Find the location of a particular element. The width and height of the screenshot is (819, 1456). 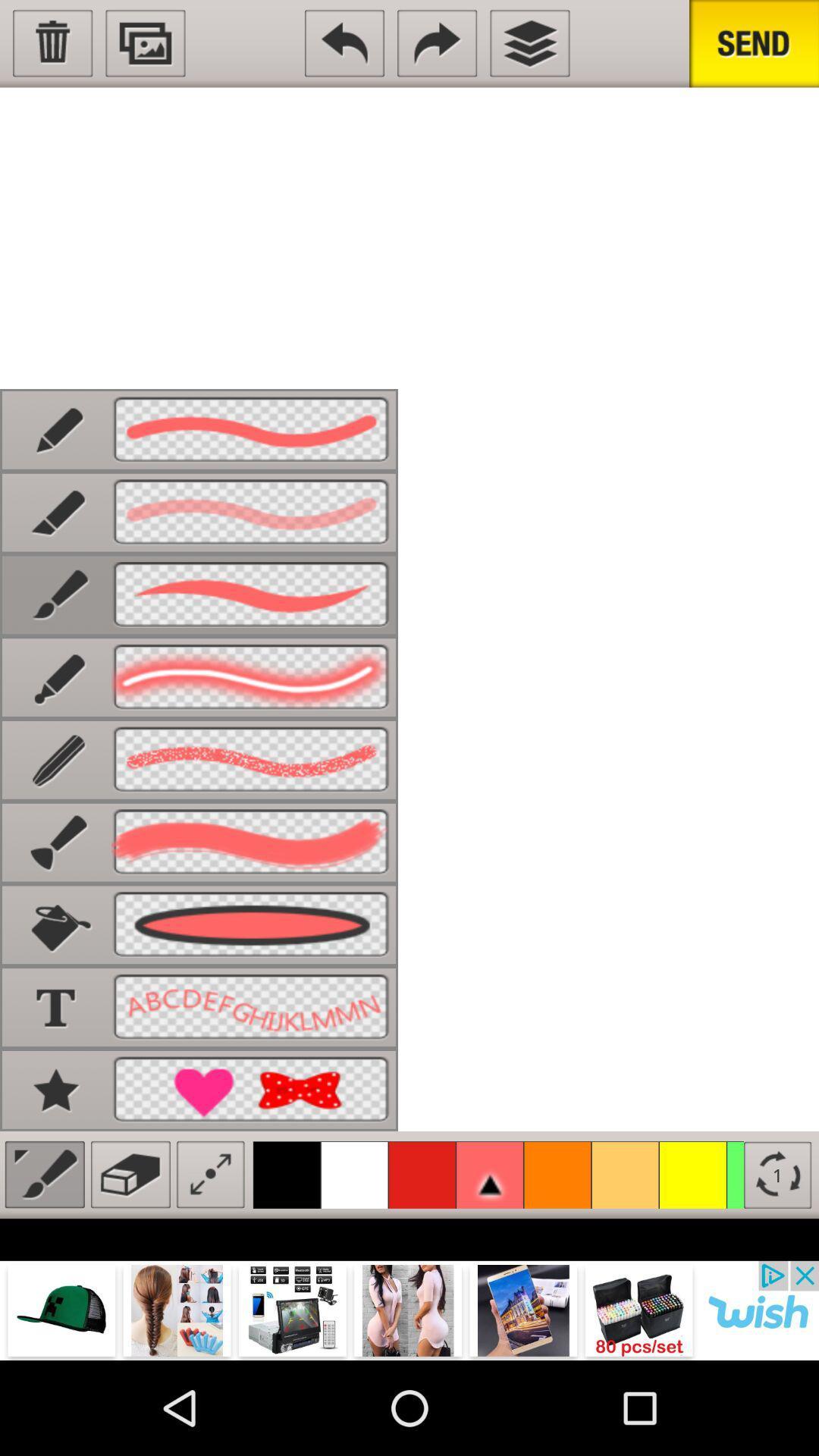

the redo icon is located at coordinates (437, 43).